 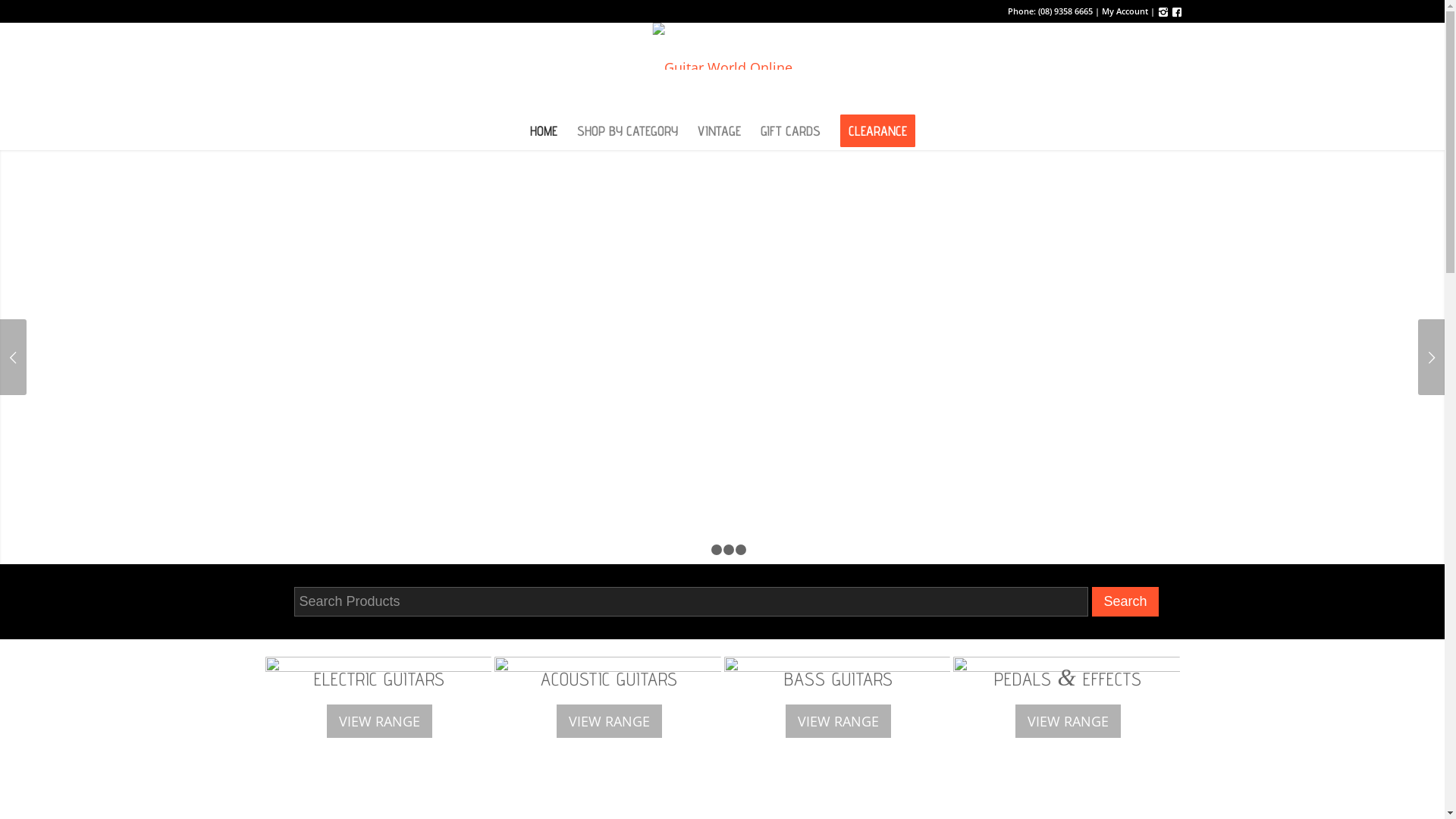 What do you see at coordinates (741, 550) in the screenshot?
I see `'4'` at bounding box center [741, 550].